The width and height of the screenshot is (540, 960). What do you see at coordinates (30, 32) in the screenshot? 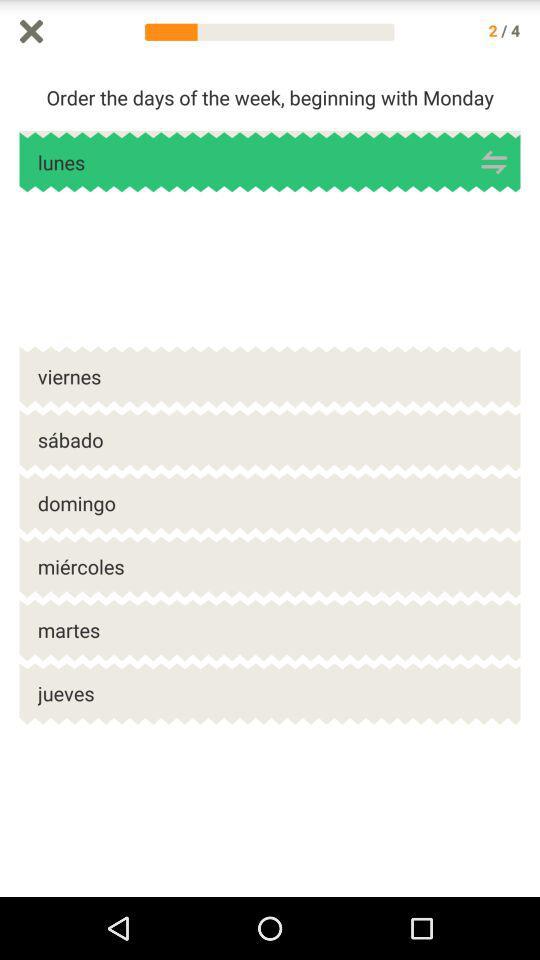
I see `the close icon` at bounding box center [30, 32].